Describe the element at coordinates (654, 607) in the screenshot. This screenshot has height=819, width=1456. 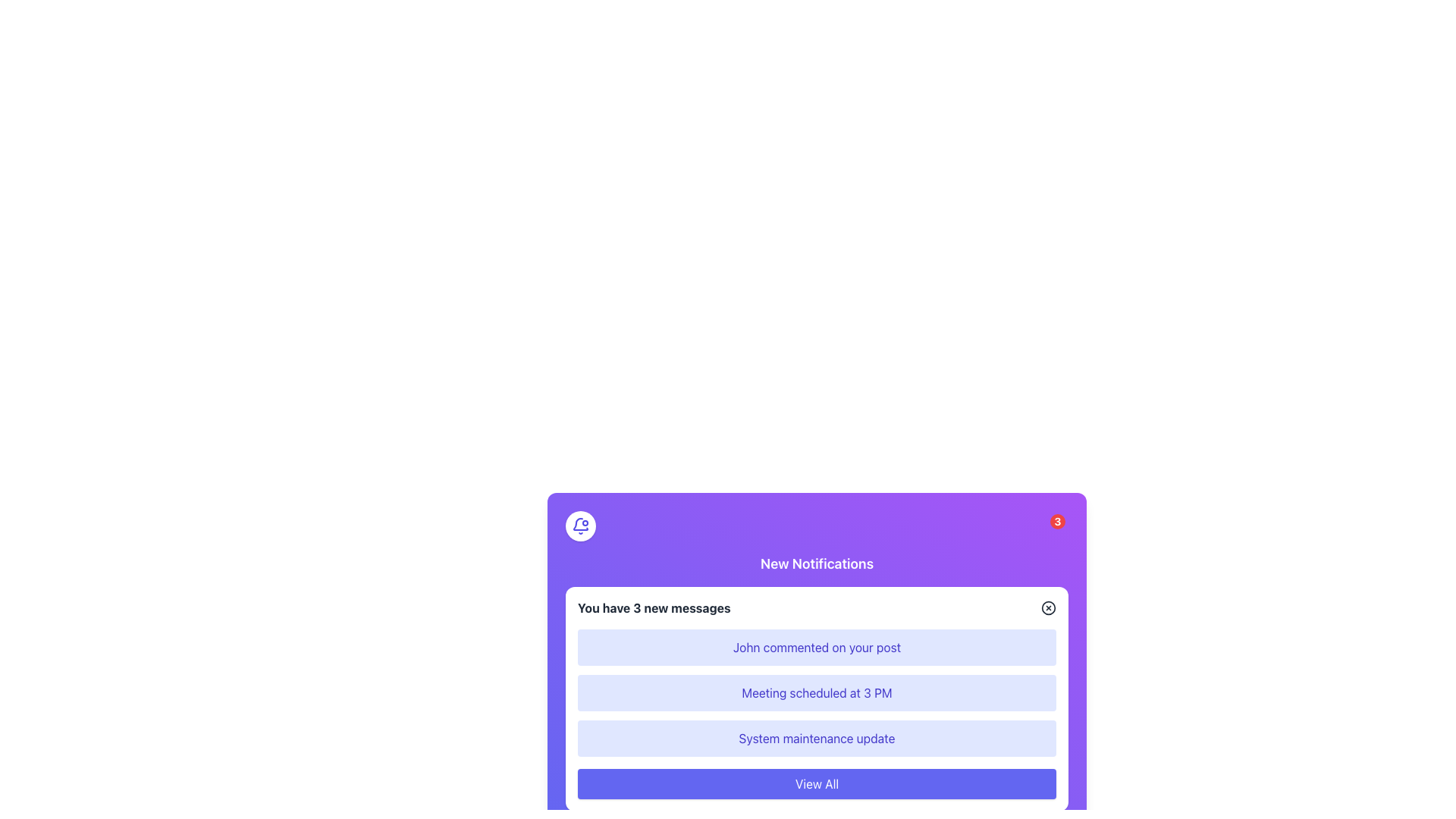
I see `the static text element that displays the number of new messages received, located at the top-left section of the notifications panel` at that location.